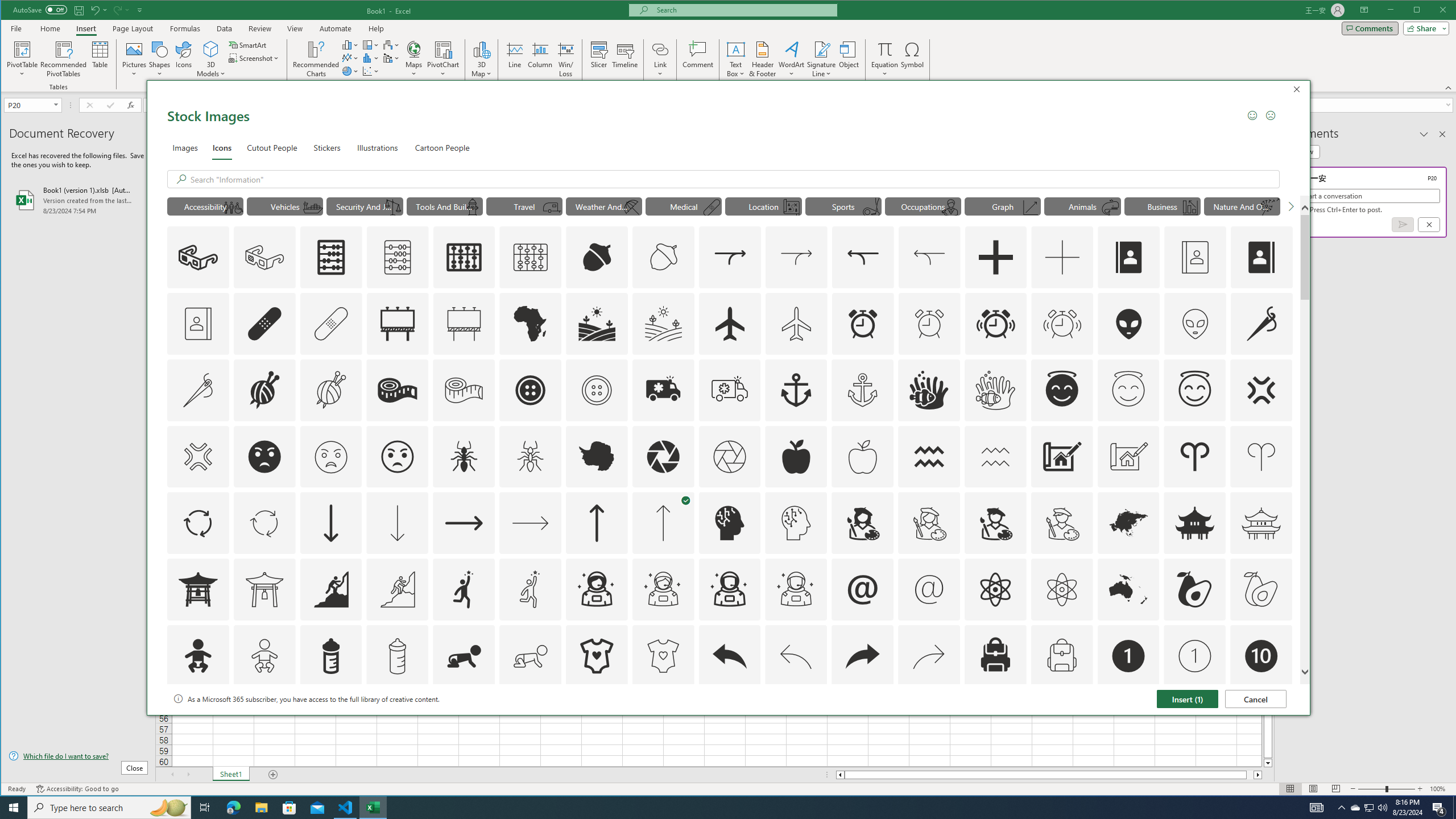  I want to click on 'Send a Frown', so click(1270, 115).